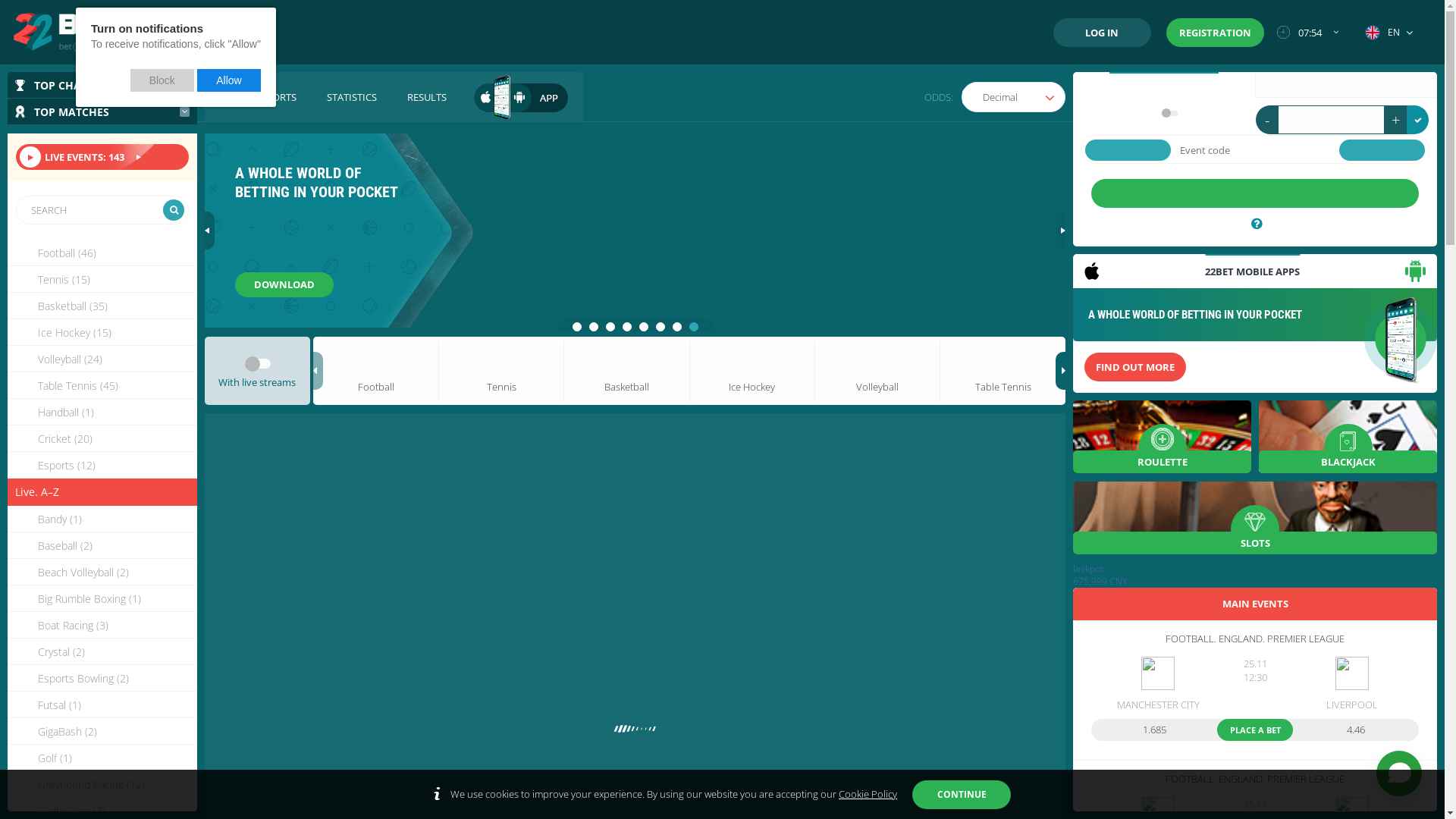 The height and width of the screenshot is (819, 1456). What do you see at coordinates (7, 704) in the screenshot?
I see `'Futsal` at bounding box center [7, 704].